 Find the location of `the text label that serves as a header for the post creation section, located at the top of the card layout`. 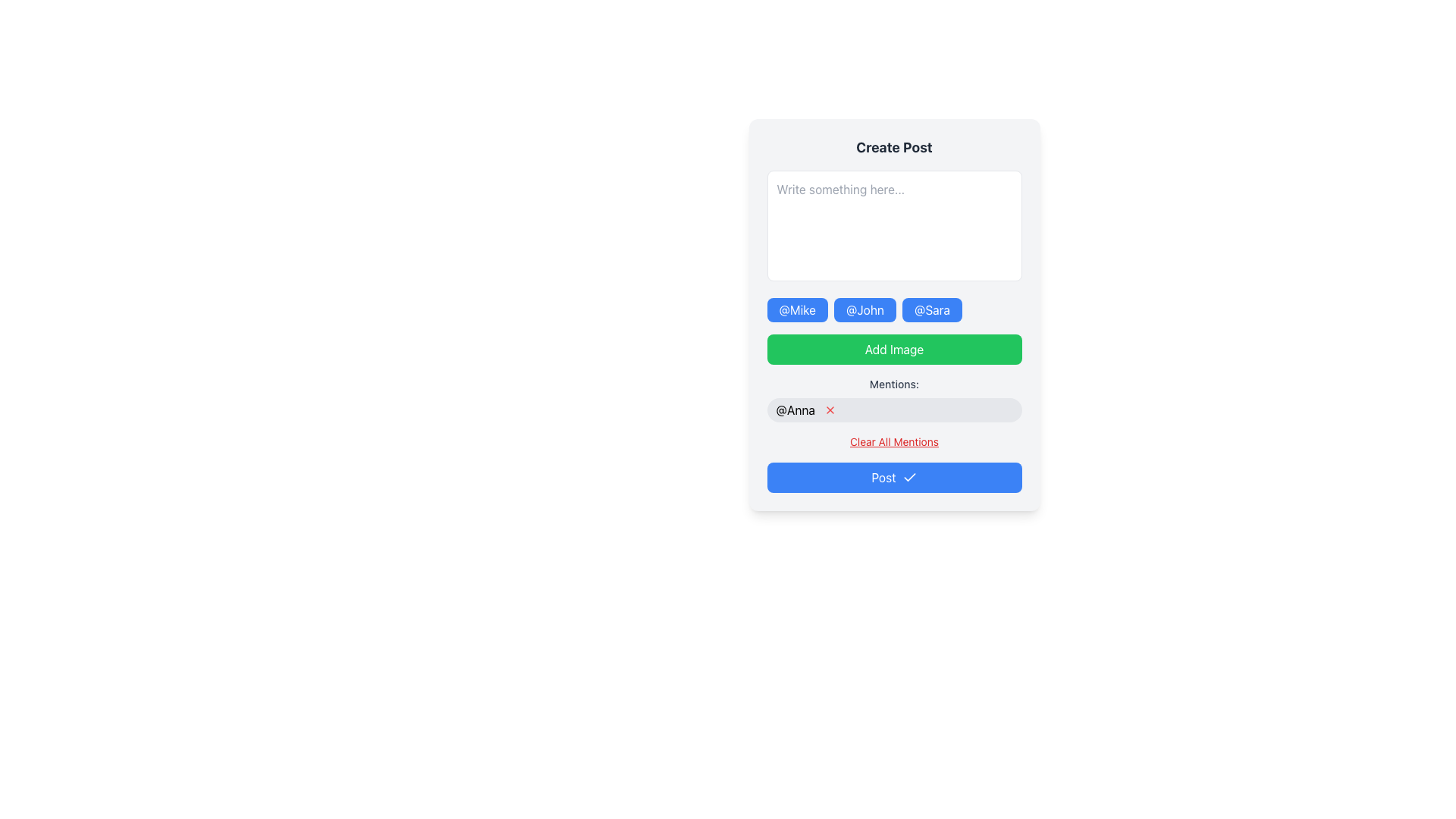

the text label that serves as a header for the post creation section, located at the top of the card layout is located at coordinates (894, 148).